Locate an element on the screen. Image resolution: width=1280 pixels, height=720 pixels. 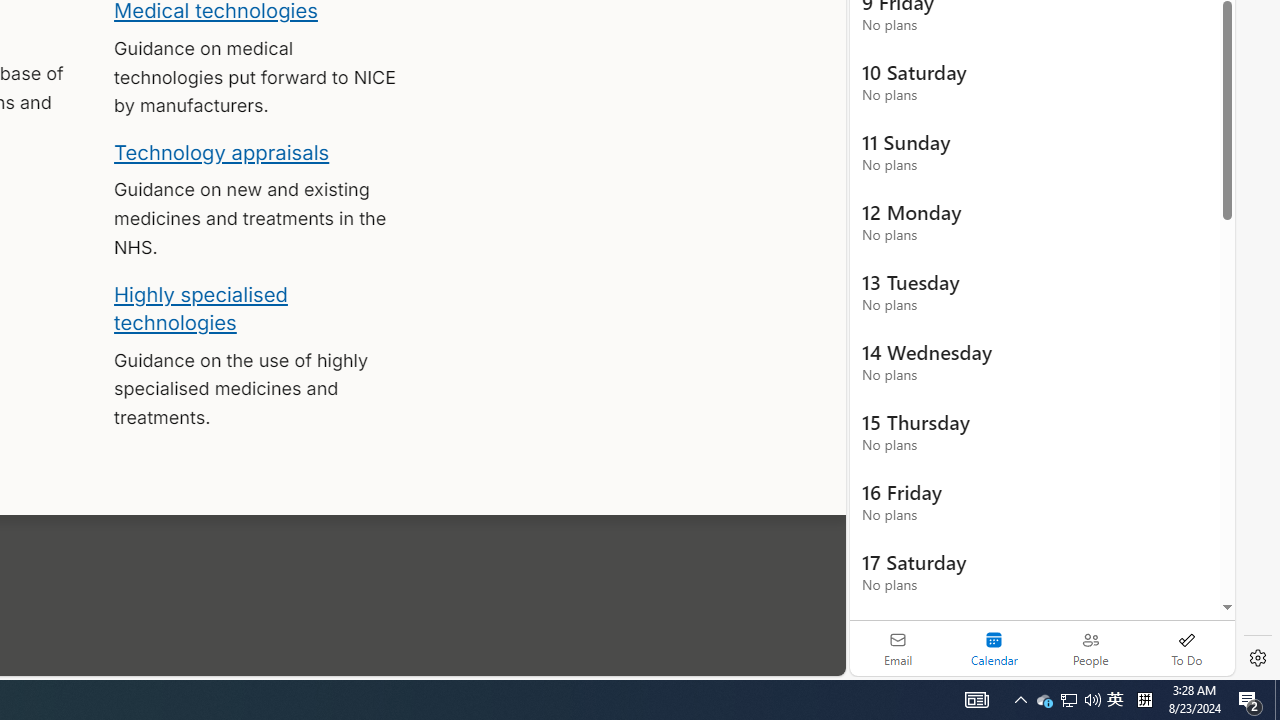
'Selected calendar module. Date today is 22' is located at coordinates (994, 648).